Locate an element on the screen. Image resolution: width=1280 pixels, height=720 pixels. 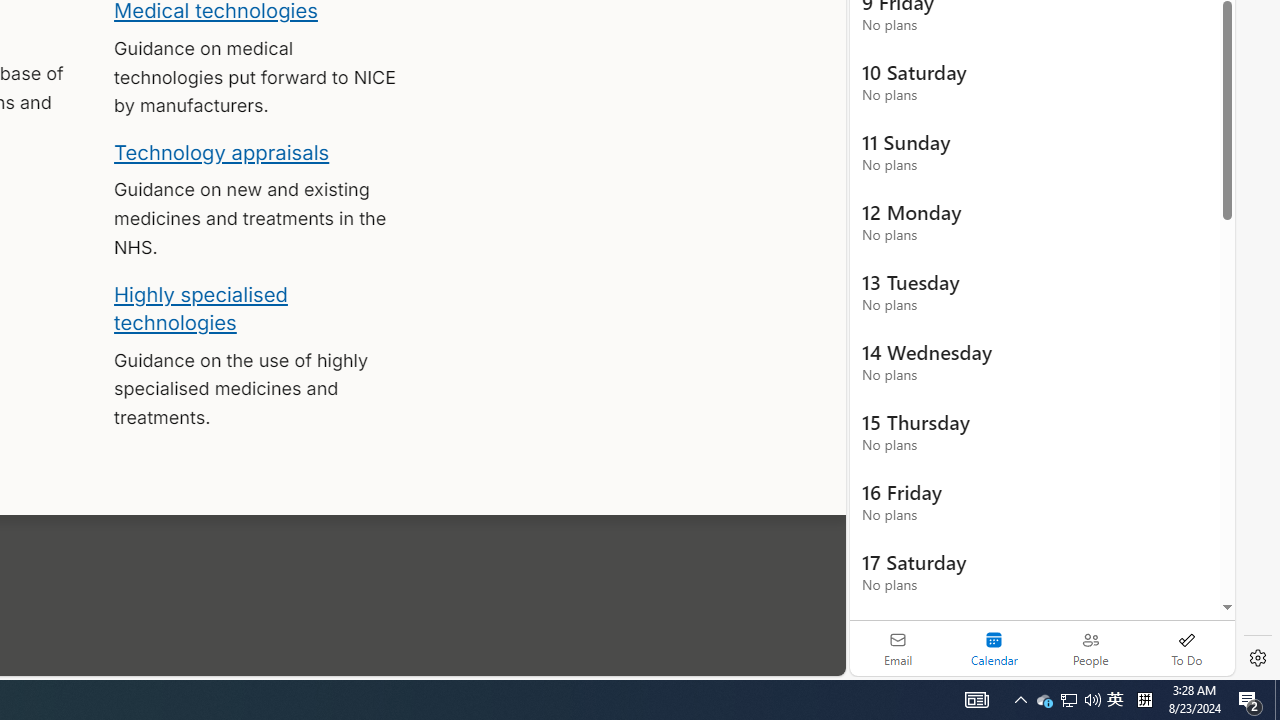
'Selected calendar module. Date today is 22' is located at coordinates (994, 648).